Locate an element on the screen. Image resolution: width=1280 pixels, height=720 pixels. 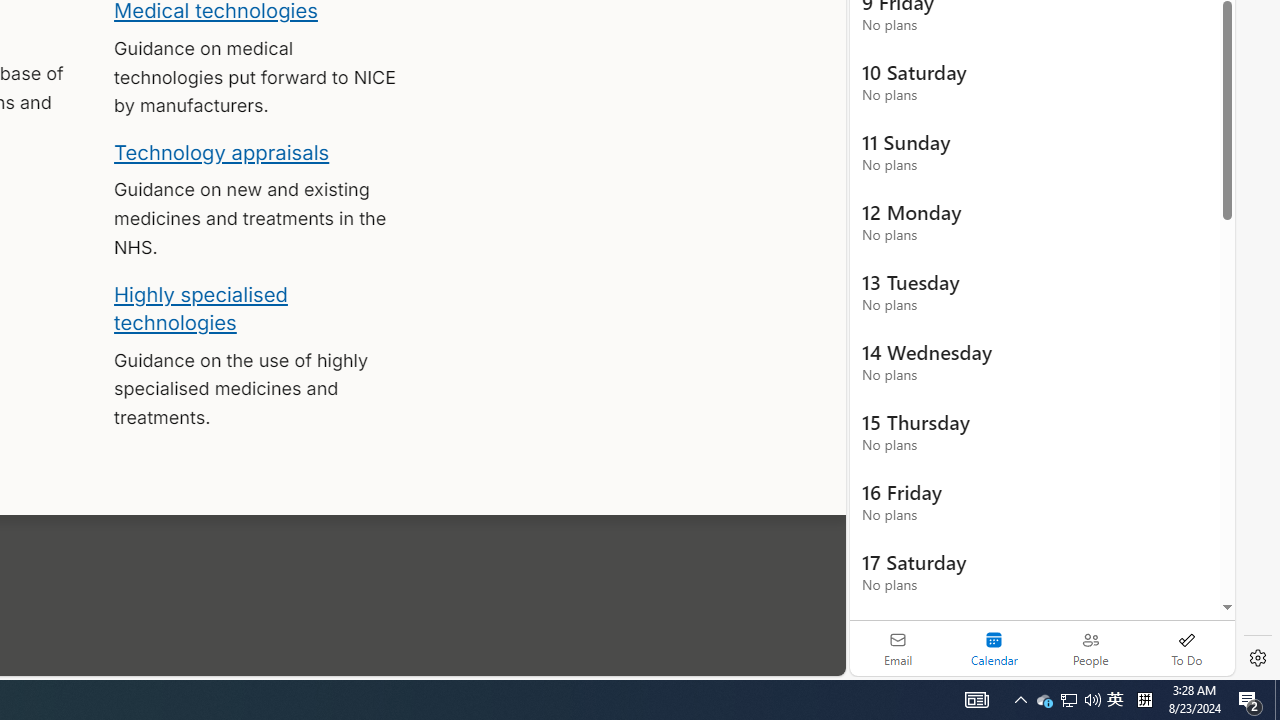
'Selected calendar module. Date today is 22' is located at coordinates (994, 648).